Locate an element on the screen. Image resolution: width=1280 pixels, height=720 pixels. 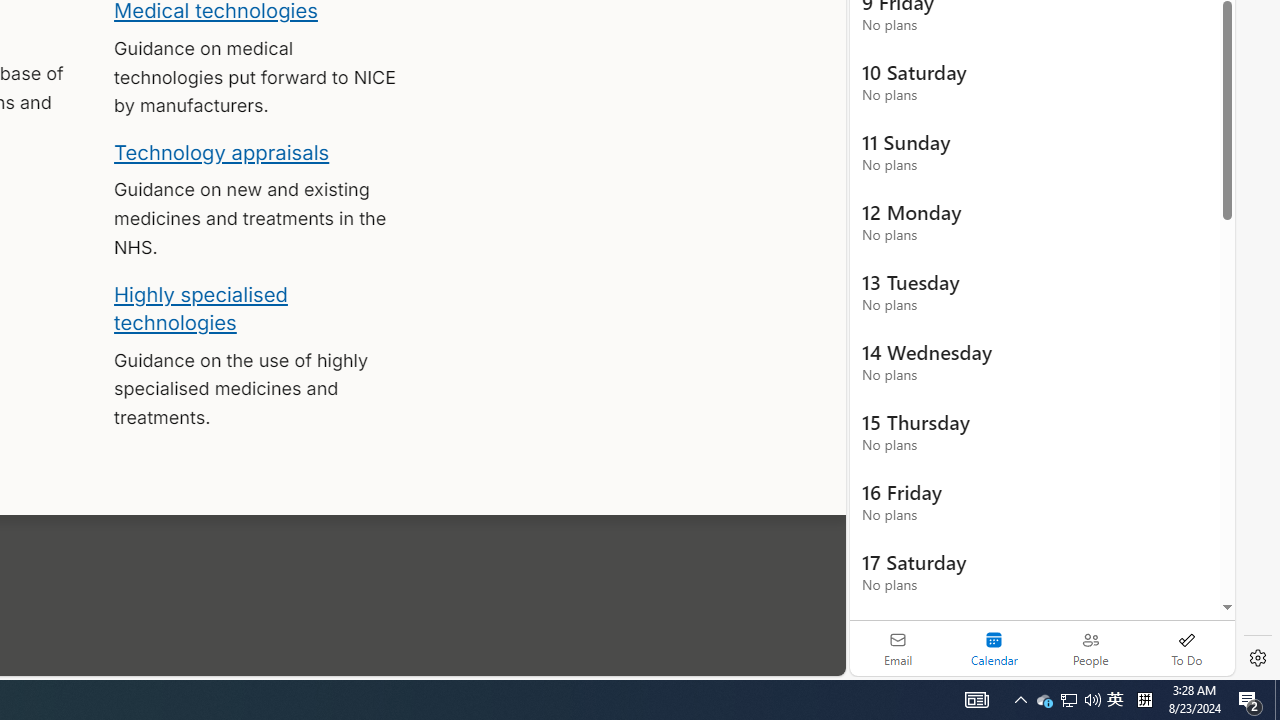
'Selected calendar module. Date today is 22' is located at coordinates (994, 648).